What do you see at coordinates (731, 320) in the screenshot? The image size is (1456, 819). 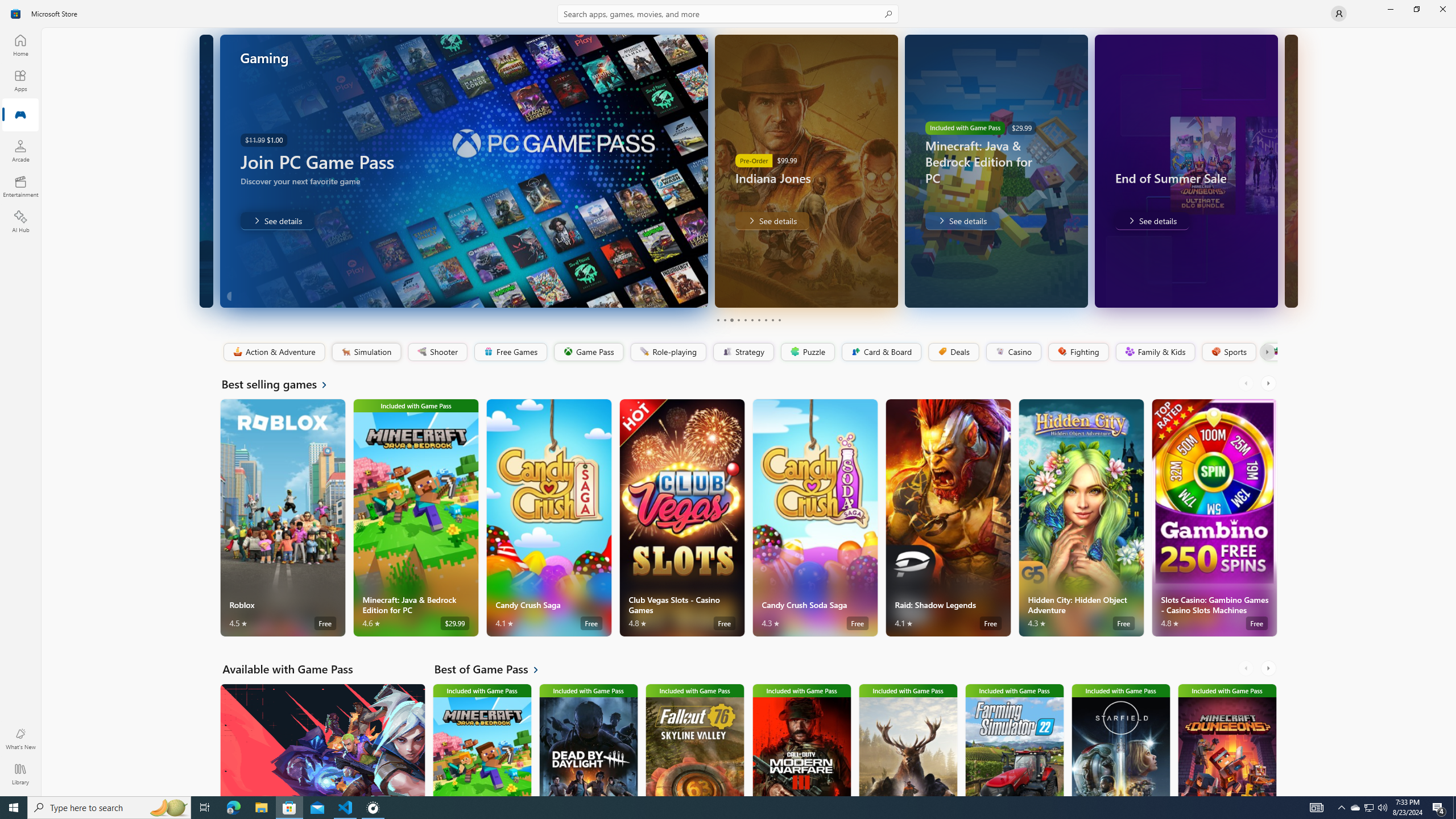 I see `'Page 3'` at bounding box center [731, 320].